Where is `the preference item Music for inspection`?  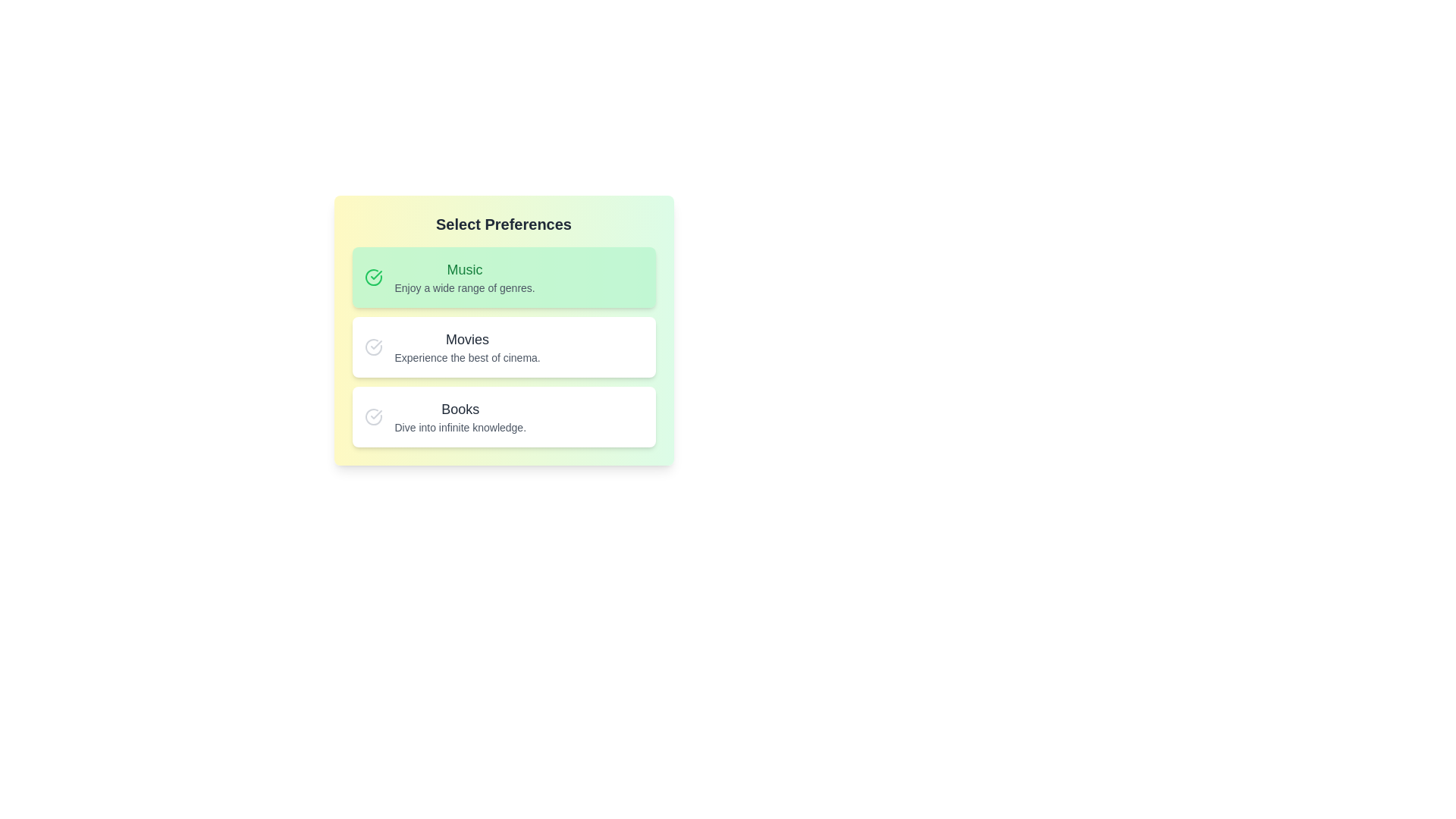 the preference item Music for inspection is located at coordinates (504, 278).